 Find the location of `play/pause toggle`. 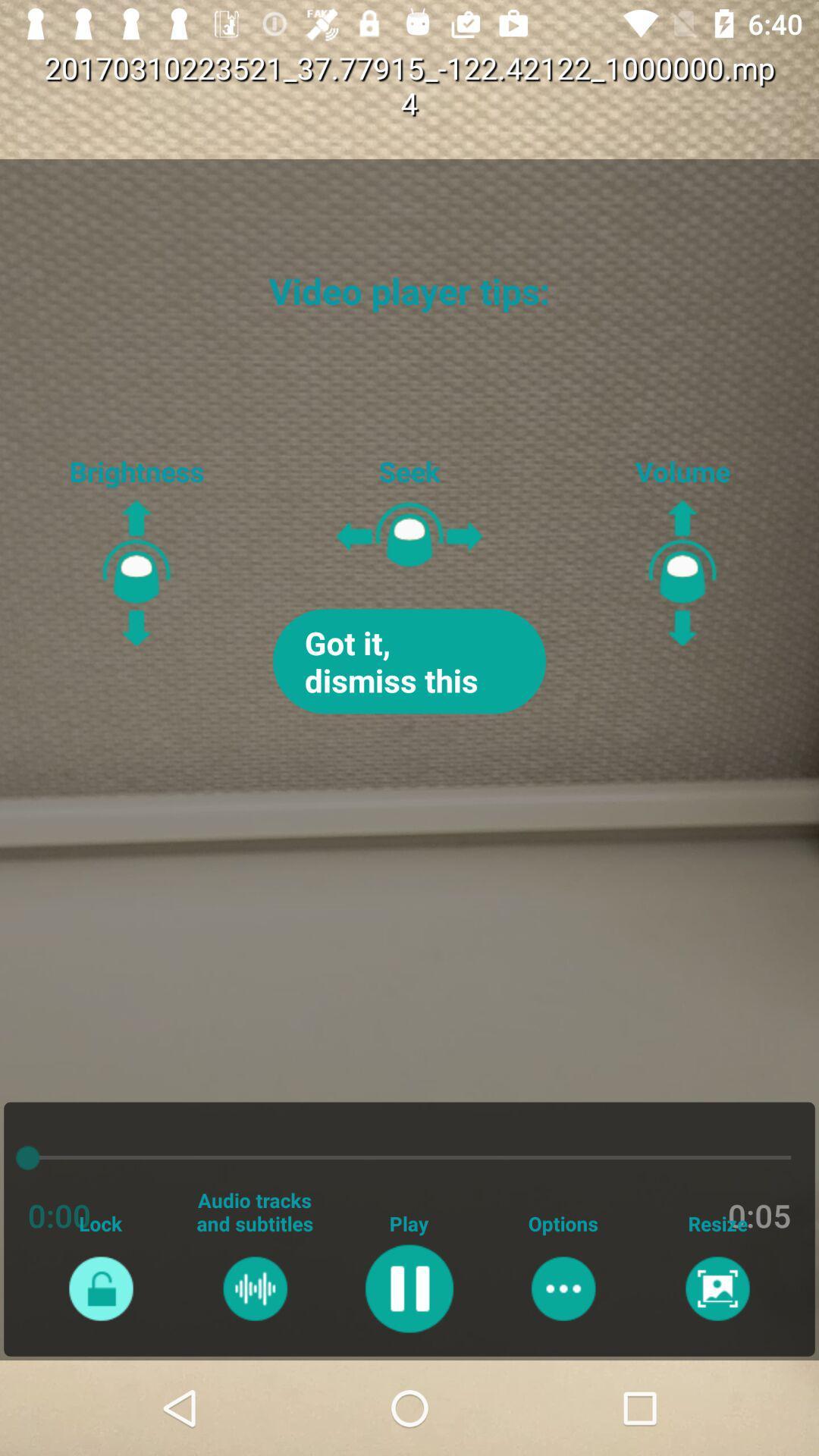

play/pause toggle is located at coordinates (408, 1288).